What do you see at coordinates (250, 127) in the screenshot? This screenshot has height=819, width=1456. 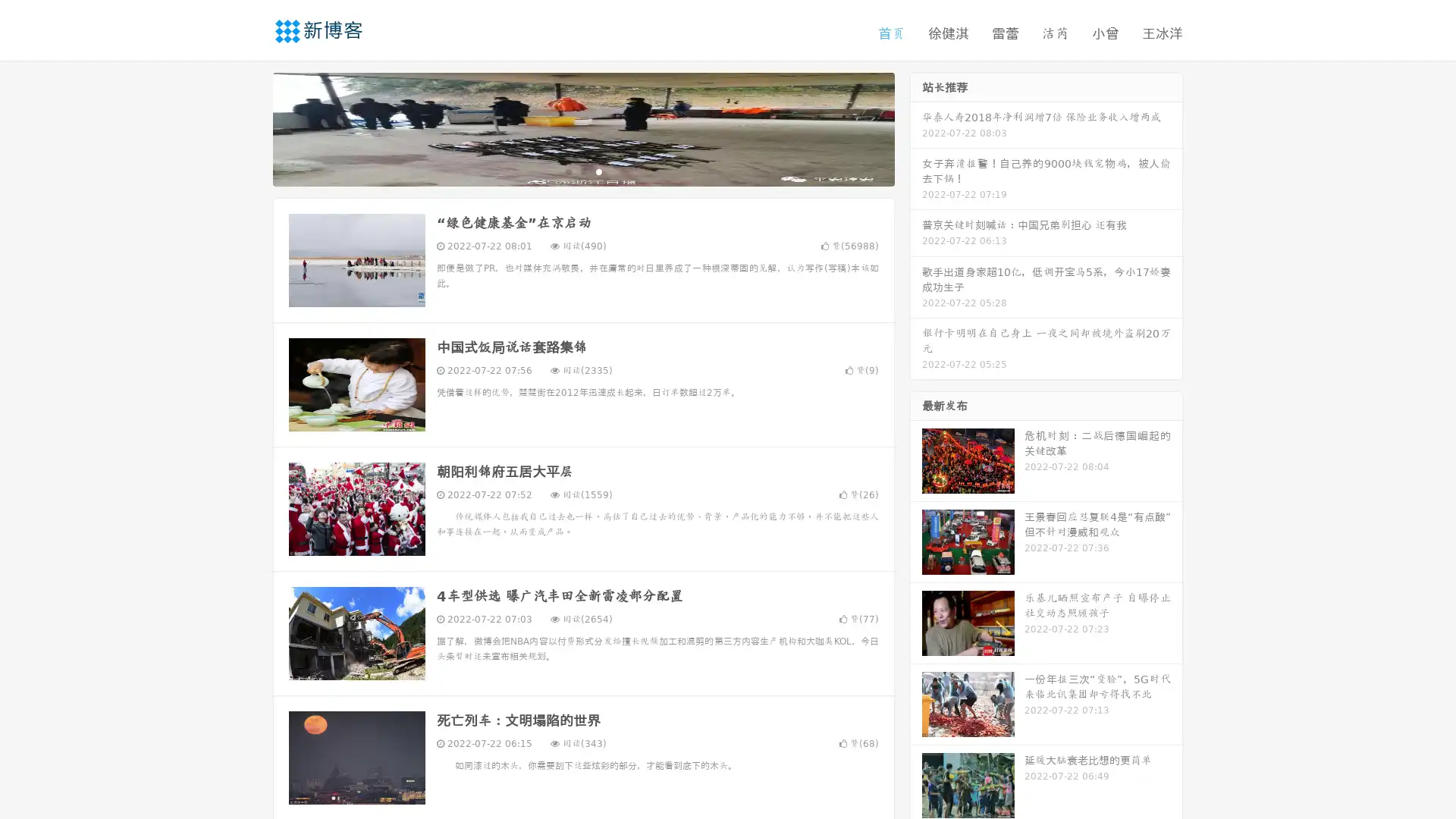 I see `Previous slide` at bounding box center [250, 127].